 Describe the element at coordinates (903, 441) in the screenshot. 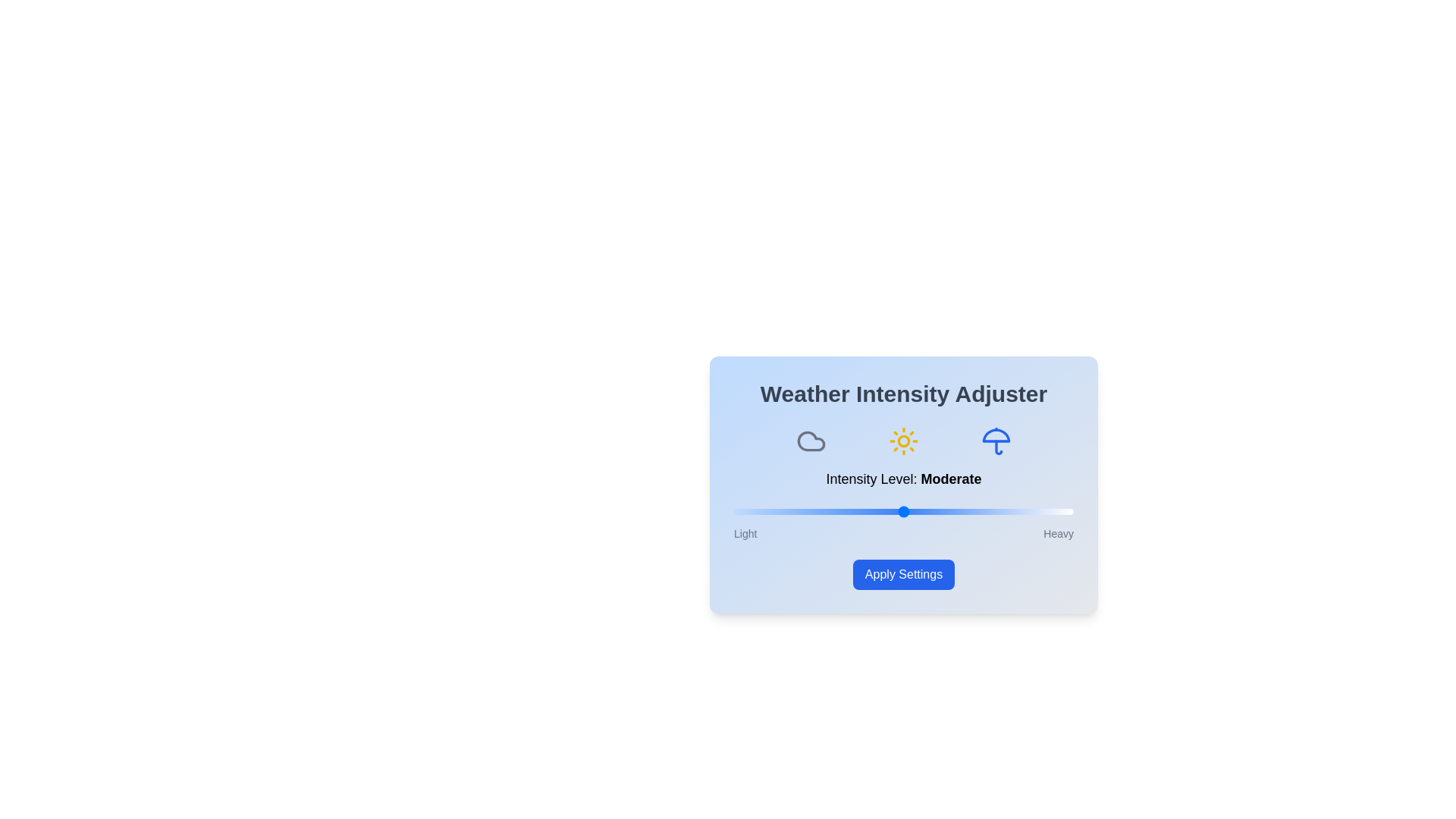

I see `the sun icon` at that location.